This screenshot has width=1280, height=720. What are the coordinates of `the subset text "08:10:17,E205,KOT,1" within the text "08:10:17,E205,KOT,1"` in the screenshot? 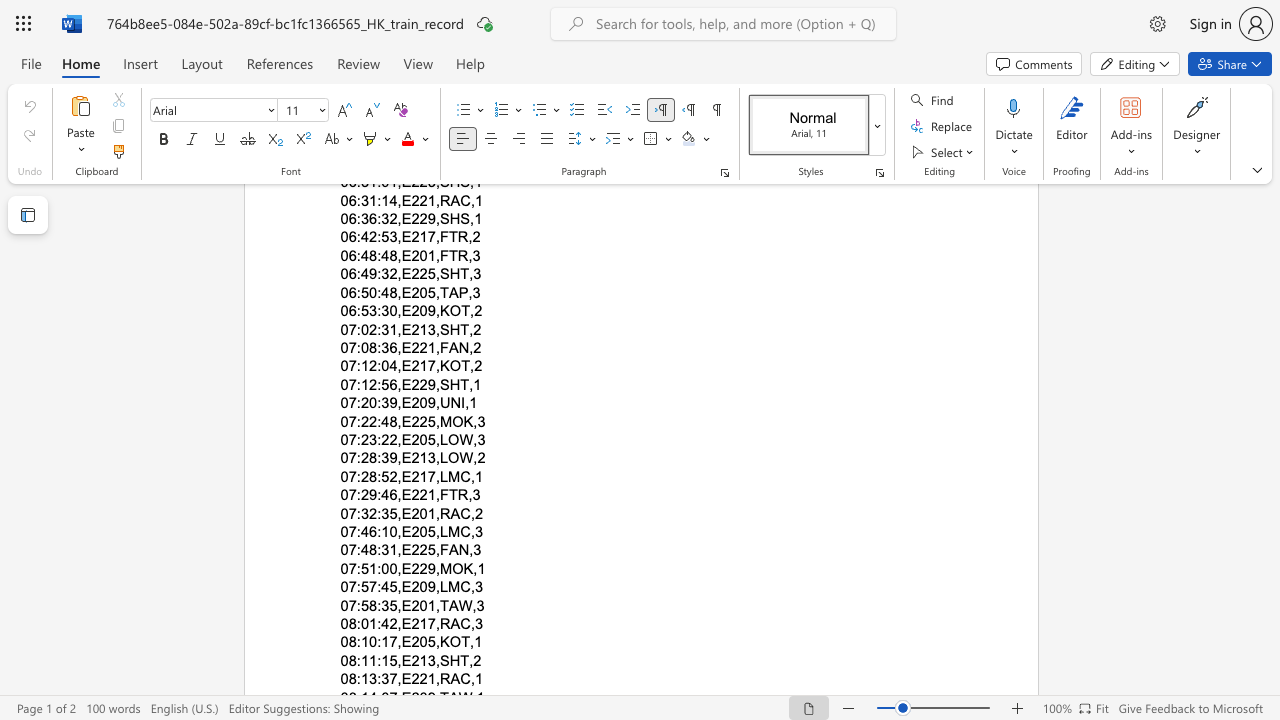 It's located at (340, 642).